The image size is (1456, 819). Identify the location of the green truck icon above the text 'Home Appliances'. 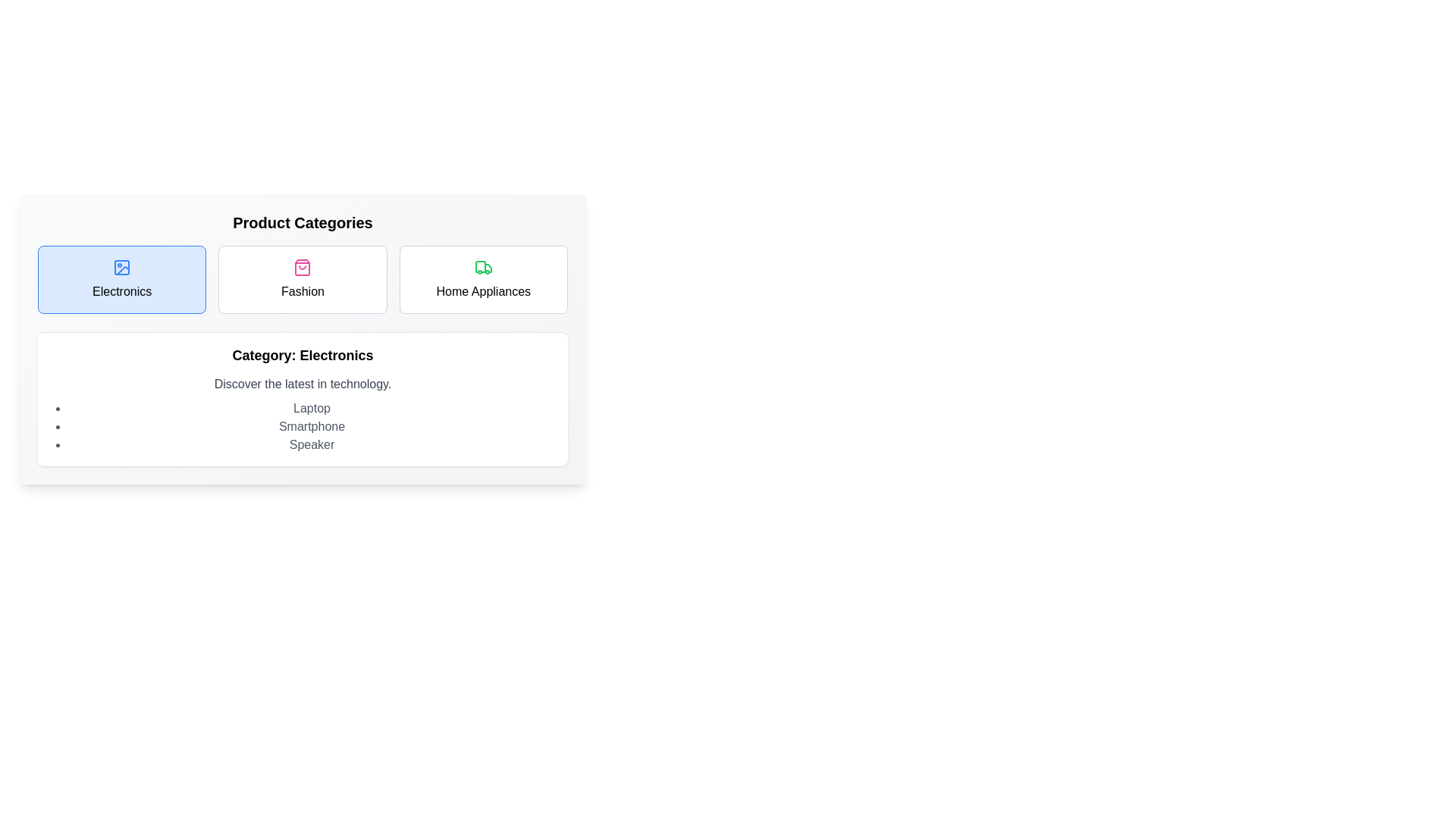
(482, 267).